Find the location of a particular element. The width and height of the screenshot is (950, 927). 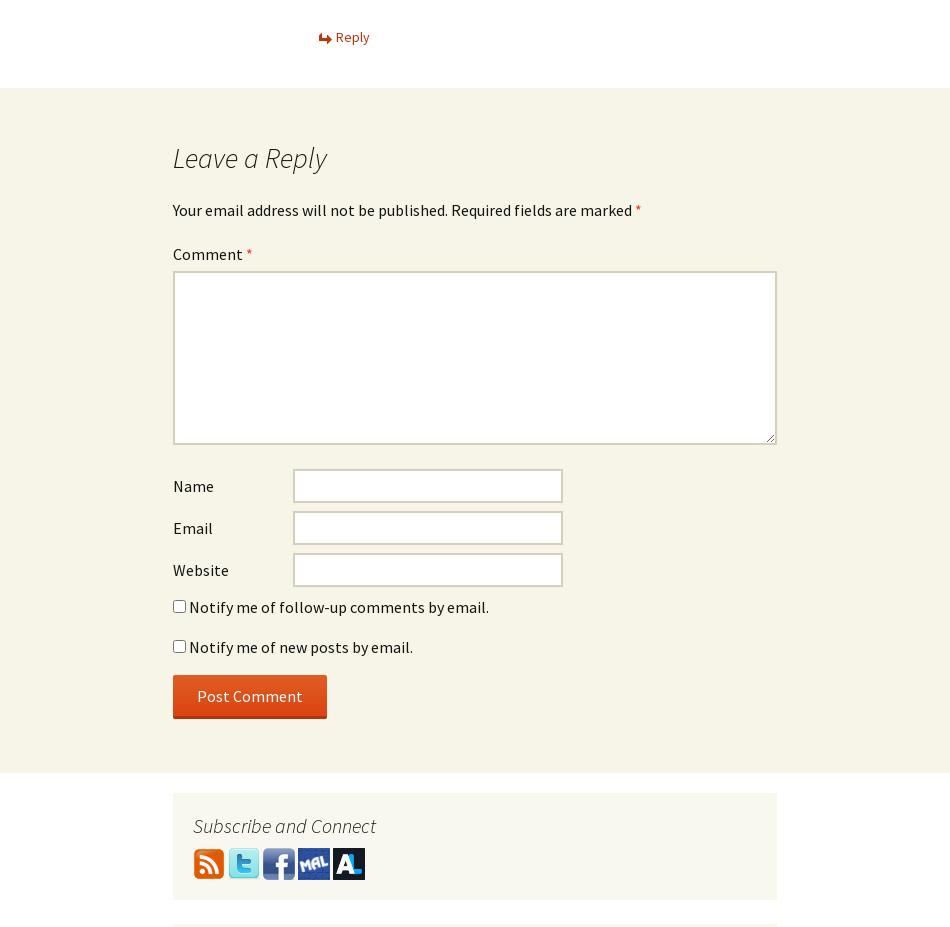

'Leave a Reply' is located at coordinates (249, 157).